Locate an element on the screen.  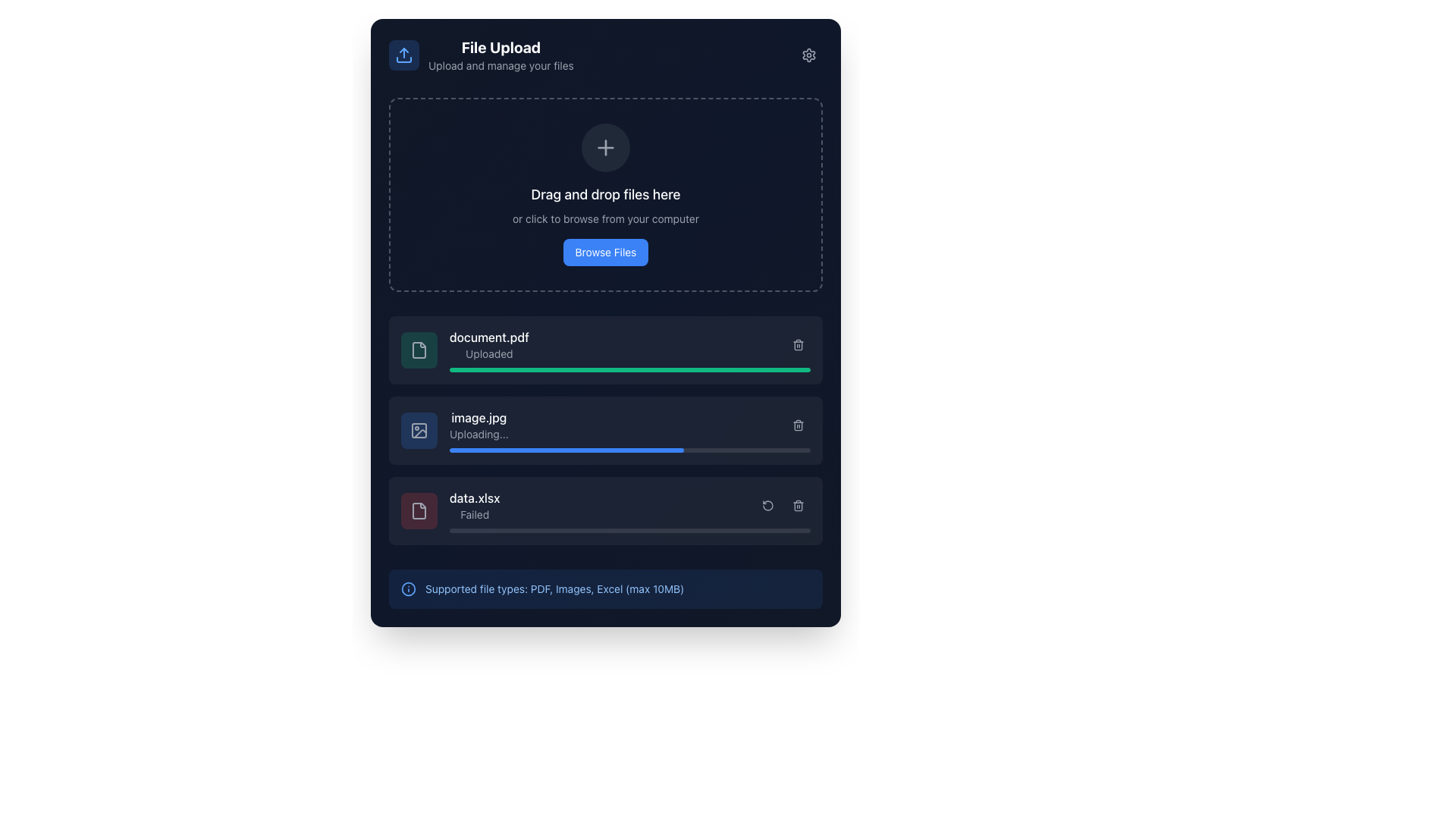
file name 'image.jpg' and its status 'Uploading...' from the file upload information block displaying the progress of the upload is located at coordinates (629, 430).